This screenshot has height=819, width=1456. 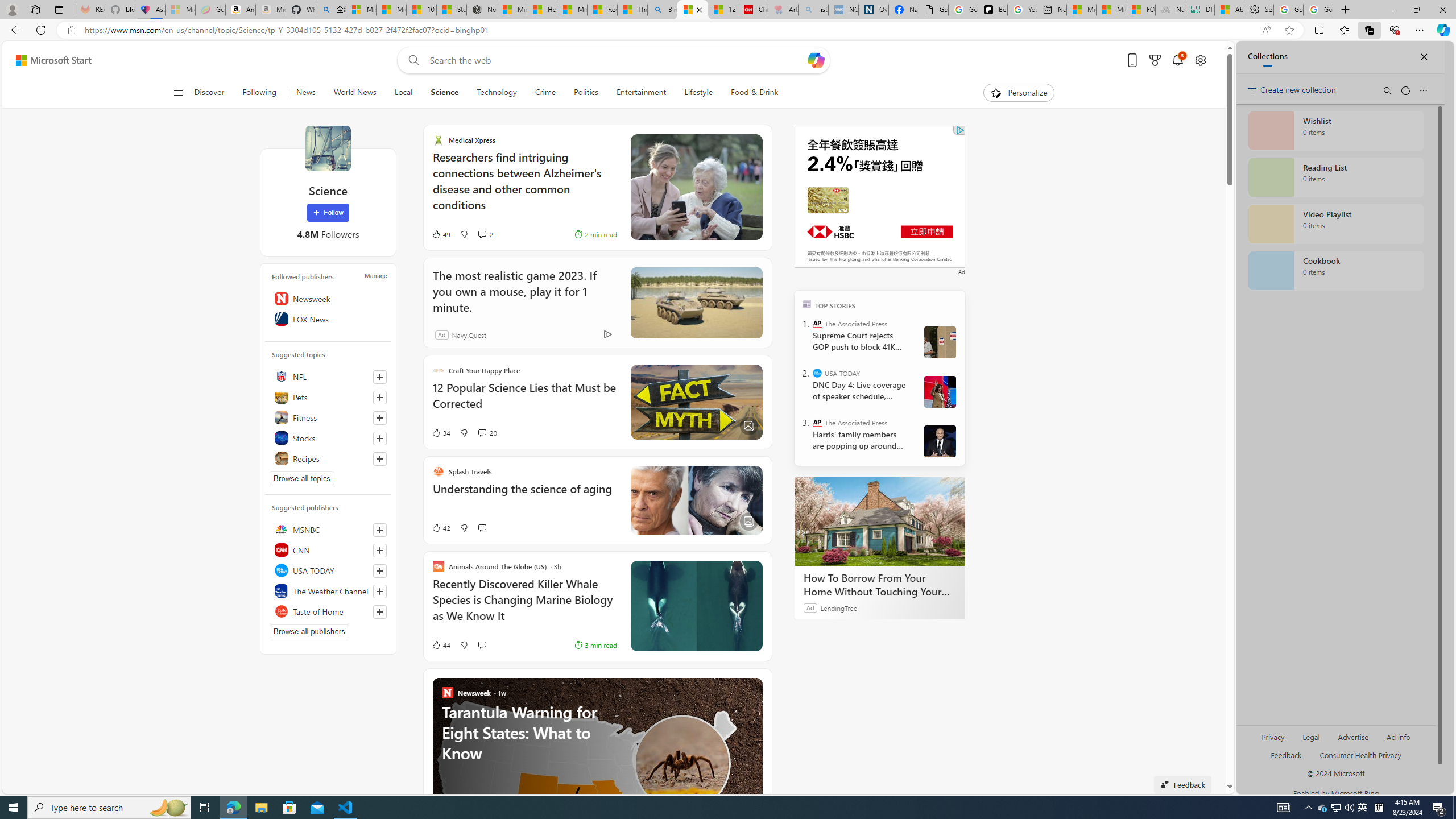 What do you see at coordinates (992, 9) in the screenshot?
I see `'Be Smart | creating Science videos | Patreon'` at bounding box center [992, 9].